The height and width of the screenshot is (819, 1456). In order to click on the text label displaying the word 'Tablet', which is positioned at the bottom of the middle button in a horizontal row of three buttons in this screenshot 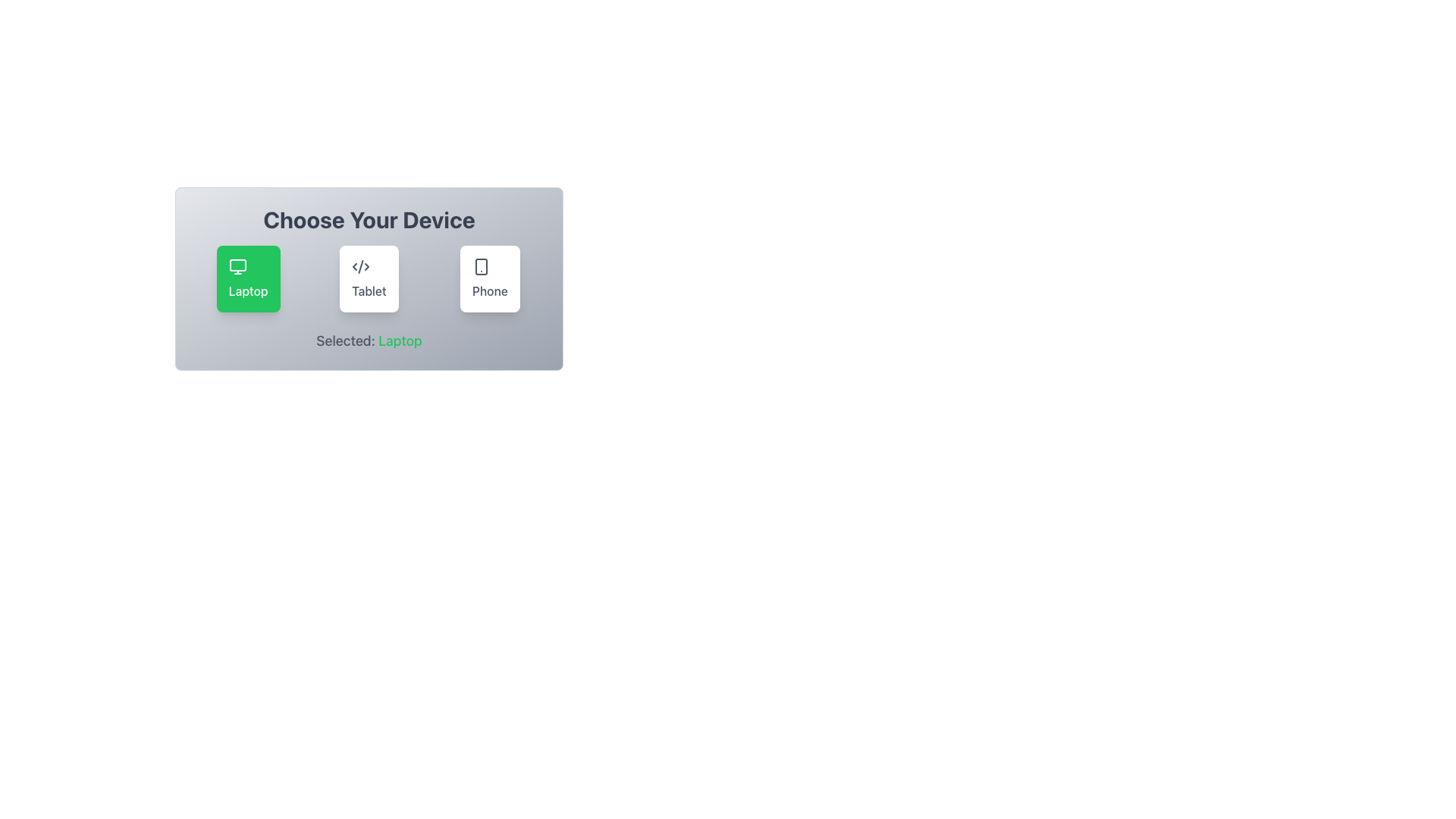, I will do `click(369, 291)`.